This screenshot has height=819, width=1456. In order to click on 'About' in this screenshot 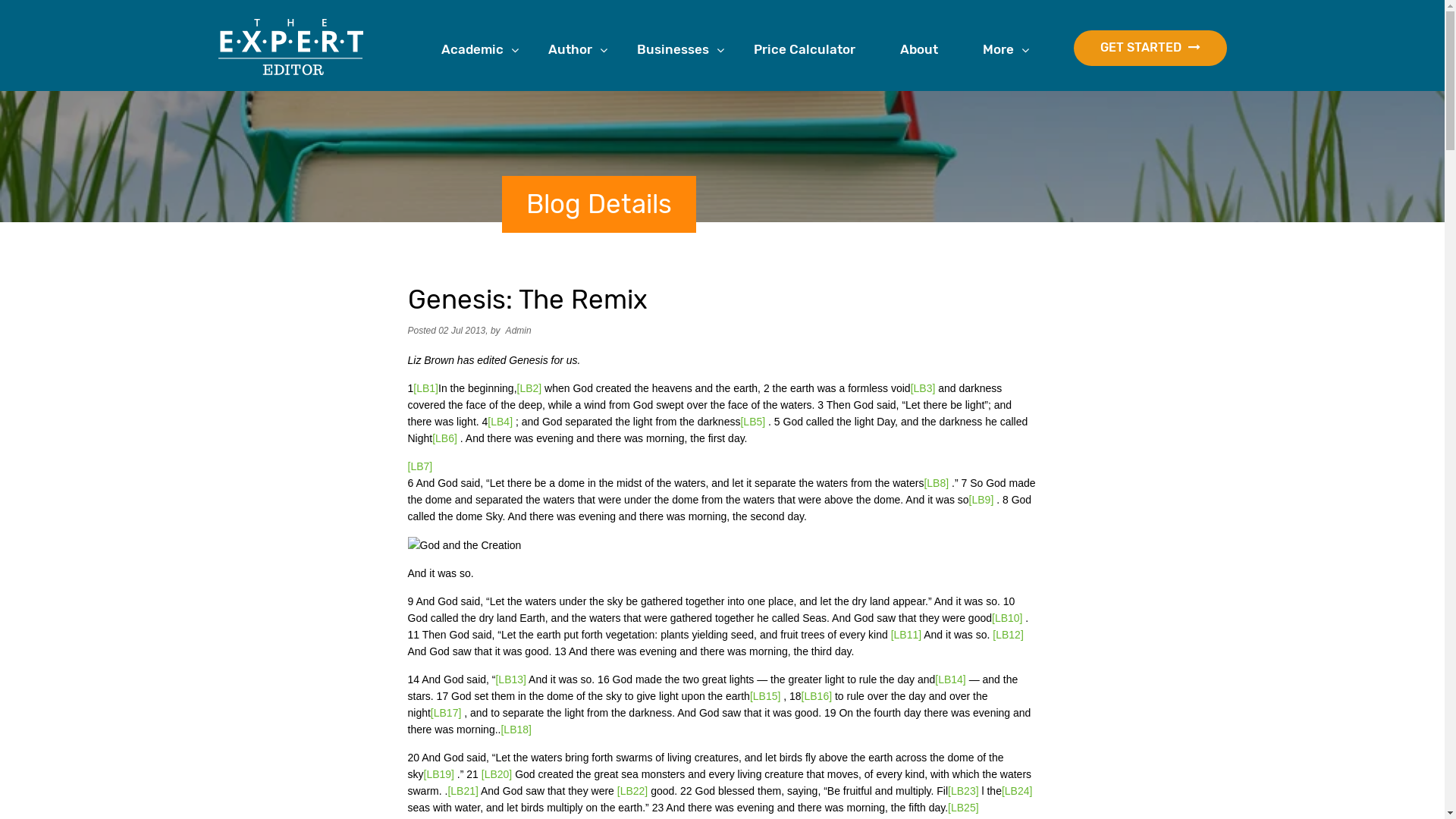, I will do `click(923, 49)`.